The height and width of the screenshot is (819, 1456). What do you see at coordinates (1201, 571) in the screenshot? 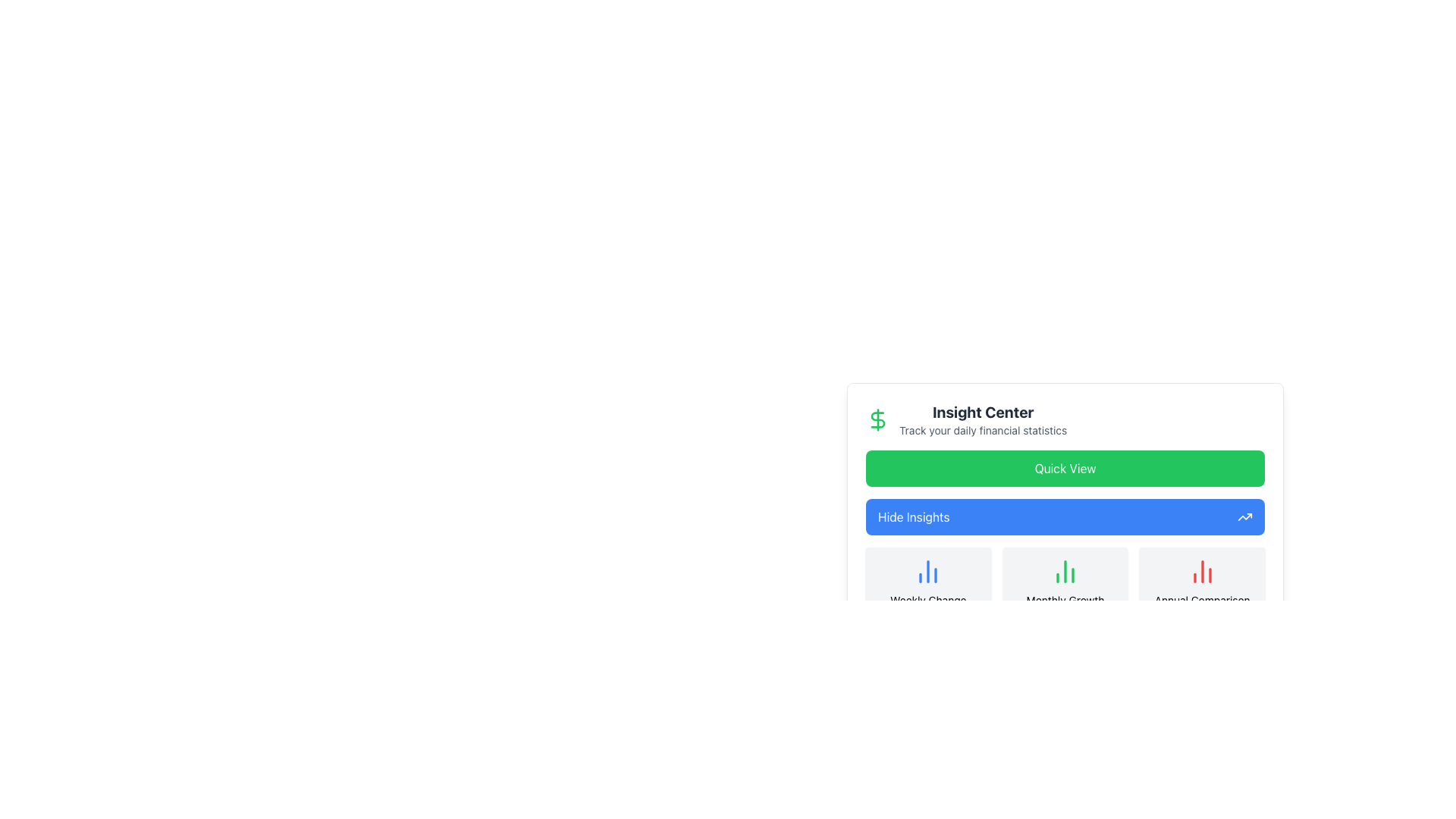
I see `the red bar chart icon positioned in the rightmost segment below the title 'Annual Comparison' for more information or actions related to it` at bounding box center [1201, 571].